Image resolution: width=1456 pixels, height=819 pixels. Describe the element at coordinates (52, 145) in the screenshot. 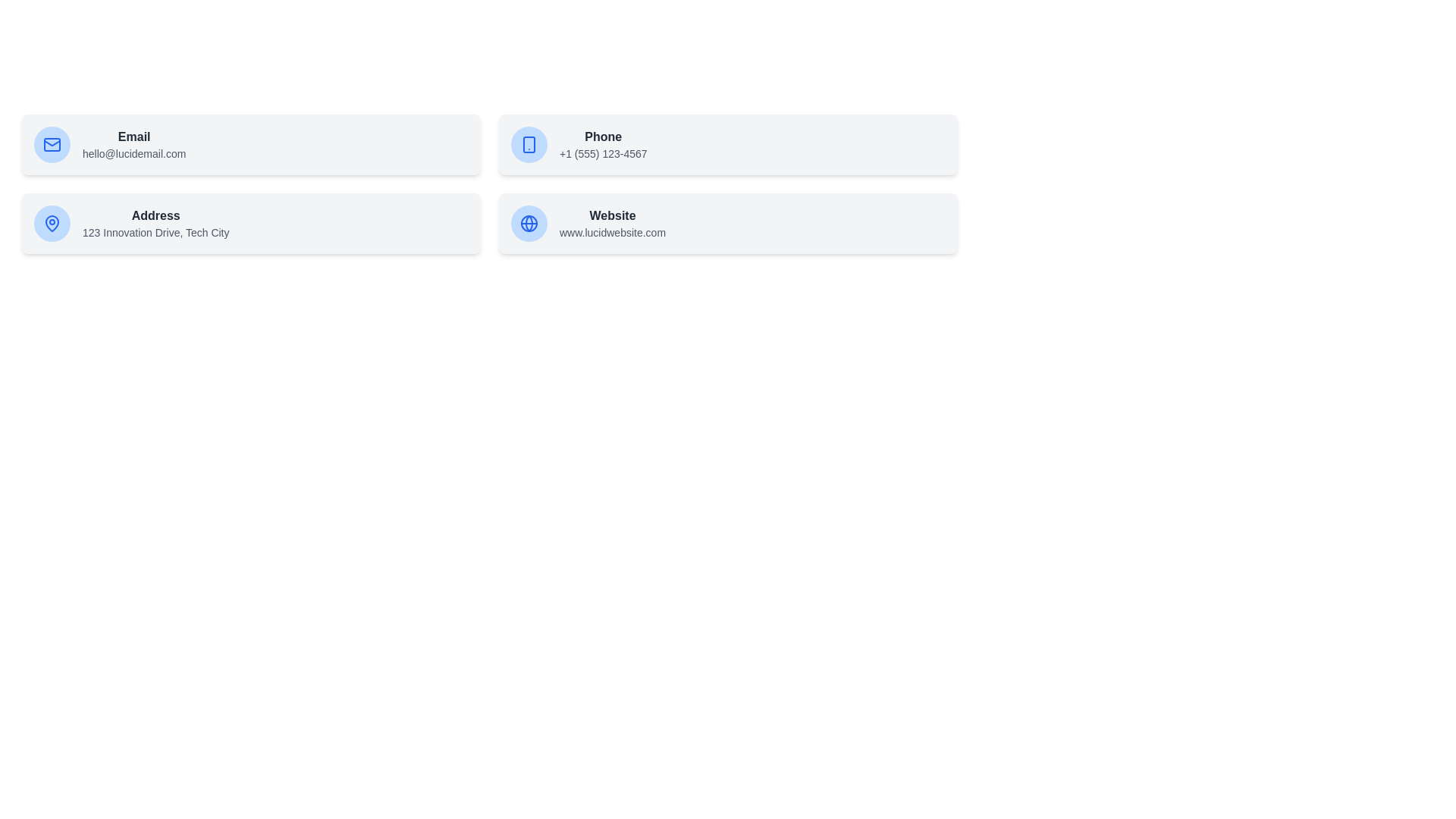

I see `the blue-outlined envelope icon representing the email address 'hello@lucidemail.com', which is located within the leftmost column of the grid of contact information items` at that location.